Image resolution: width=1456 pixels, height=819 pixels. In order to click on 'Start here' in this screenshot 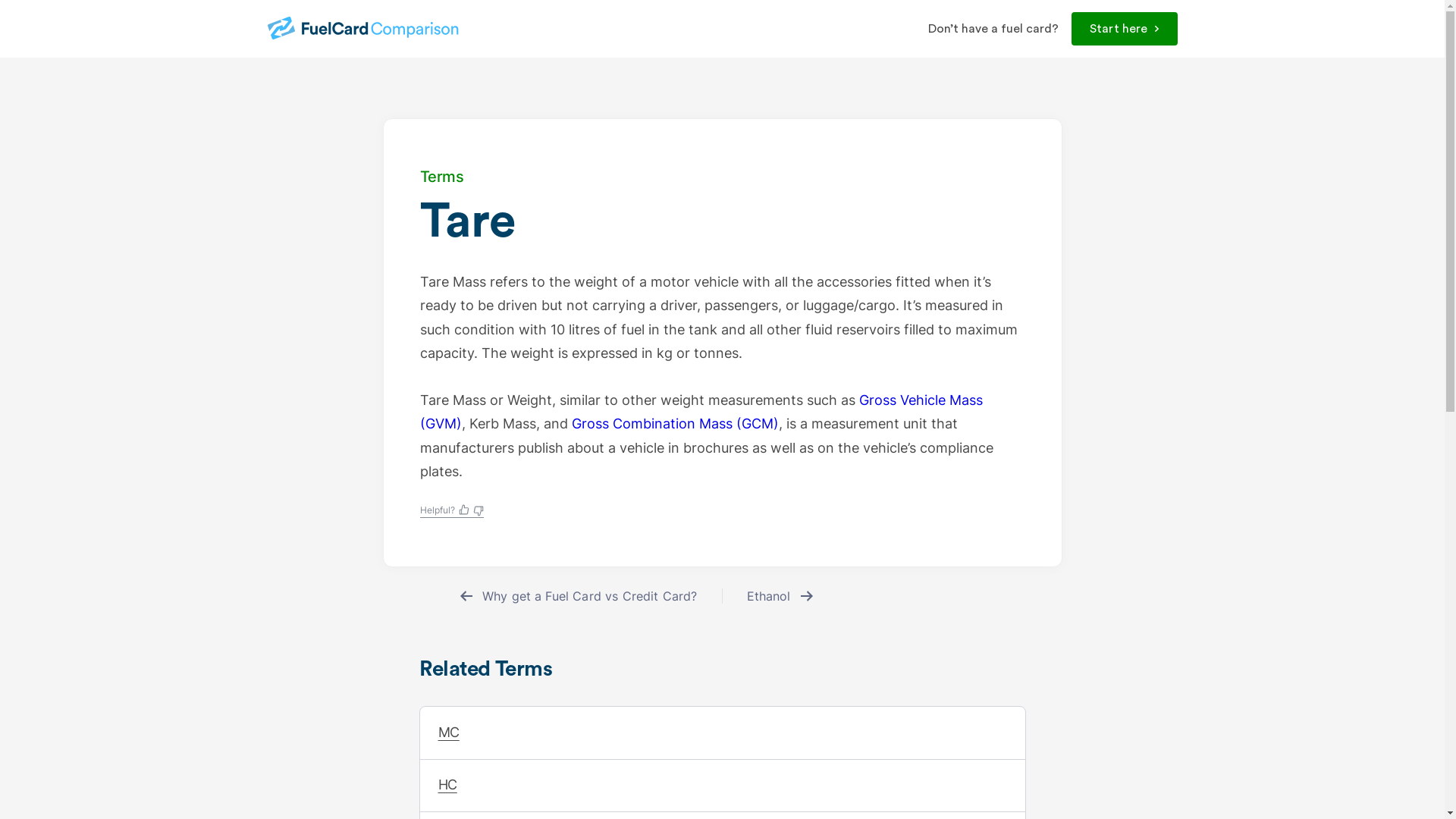, I will do `click(1125, 29)`.